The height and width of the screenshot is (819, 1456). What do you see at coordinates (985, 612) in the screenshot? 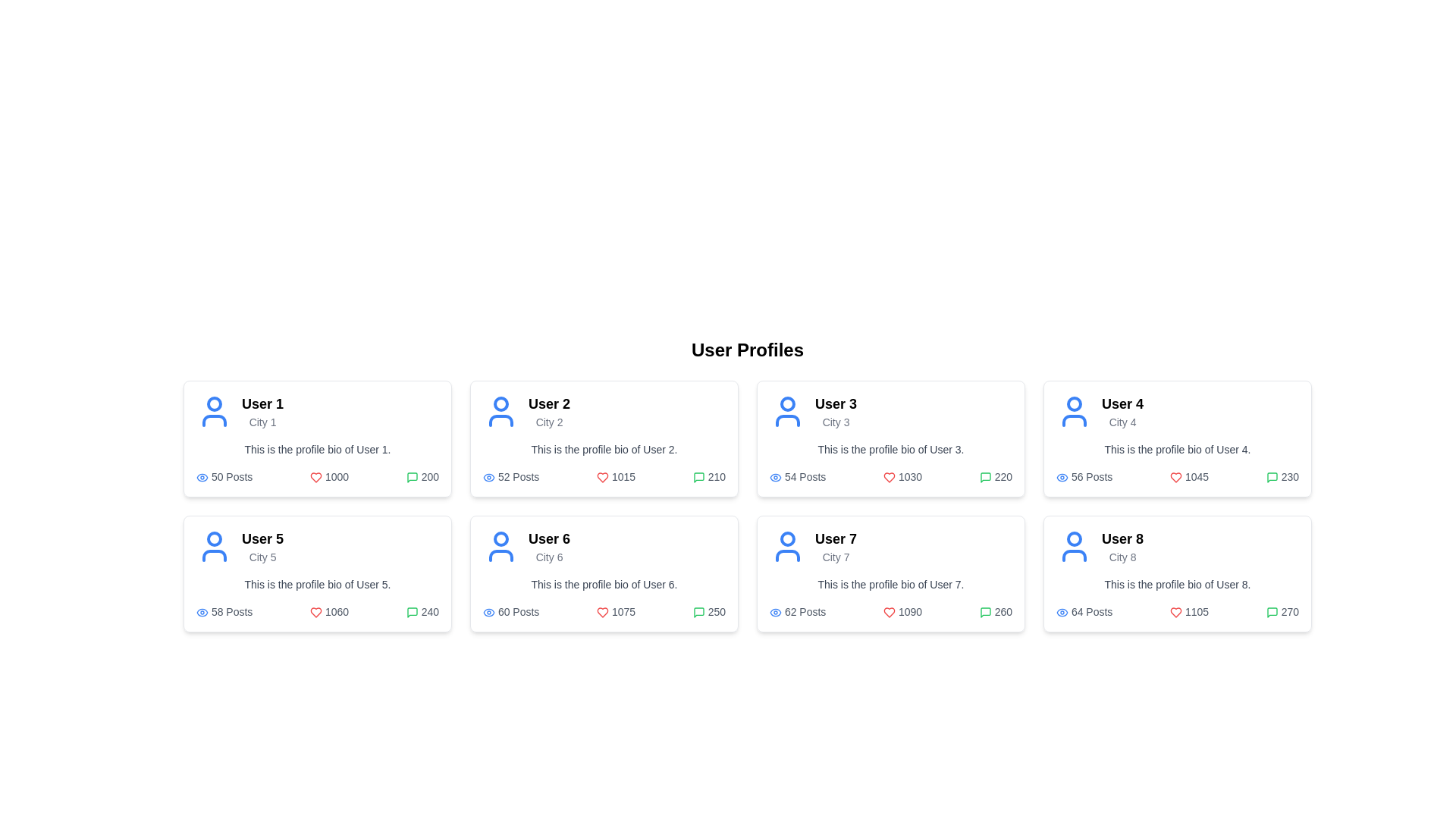
I see `the comments icon located in the bottom right corner of the 'User 7' profile card, adjacent to the text '260'` at bounding box center [985, 612].